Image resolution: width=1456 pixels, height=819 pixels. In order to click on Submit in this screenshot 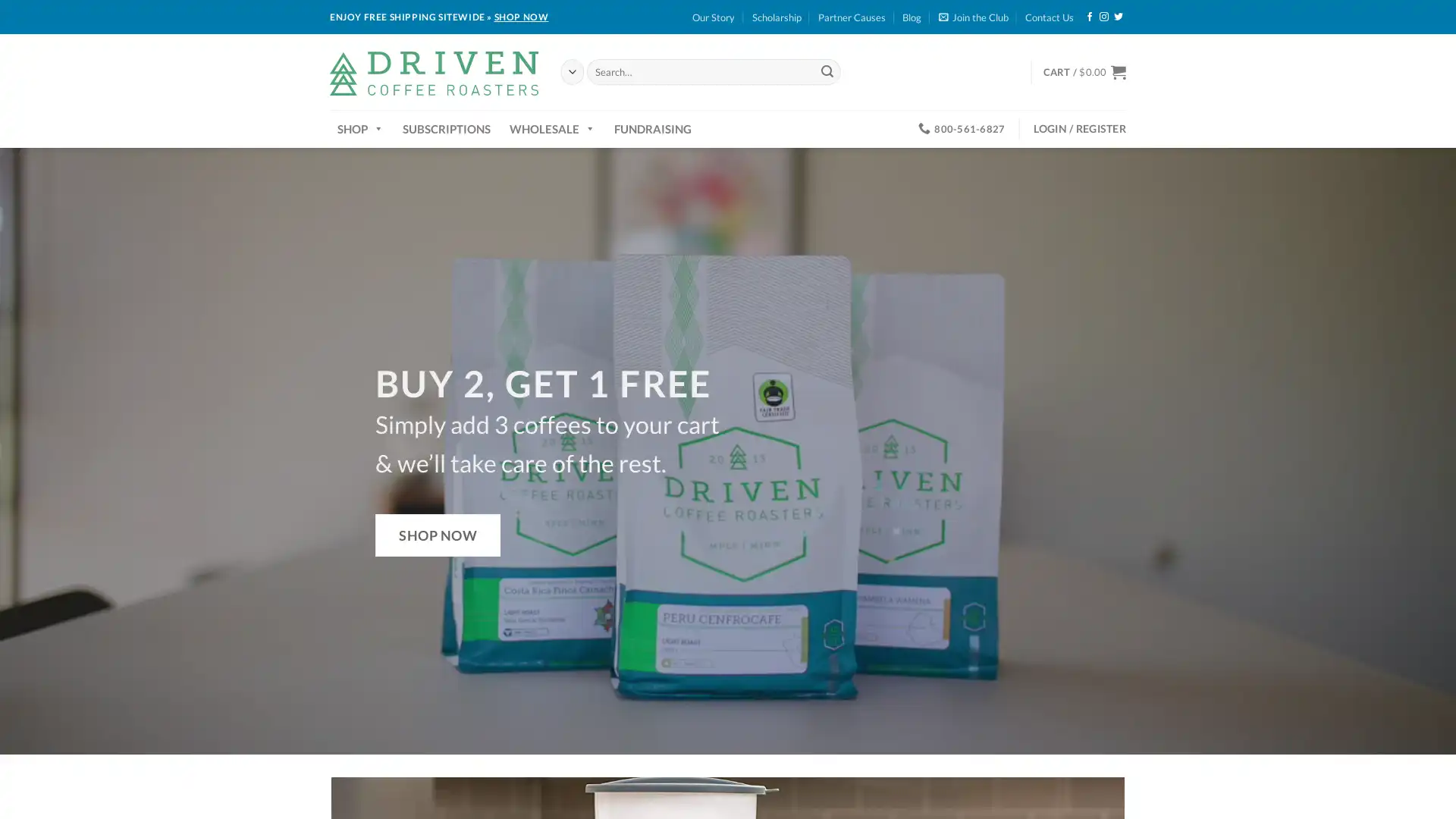, I will do `click(826, 71)`.